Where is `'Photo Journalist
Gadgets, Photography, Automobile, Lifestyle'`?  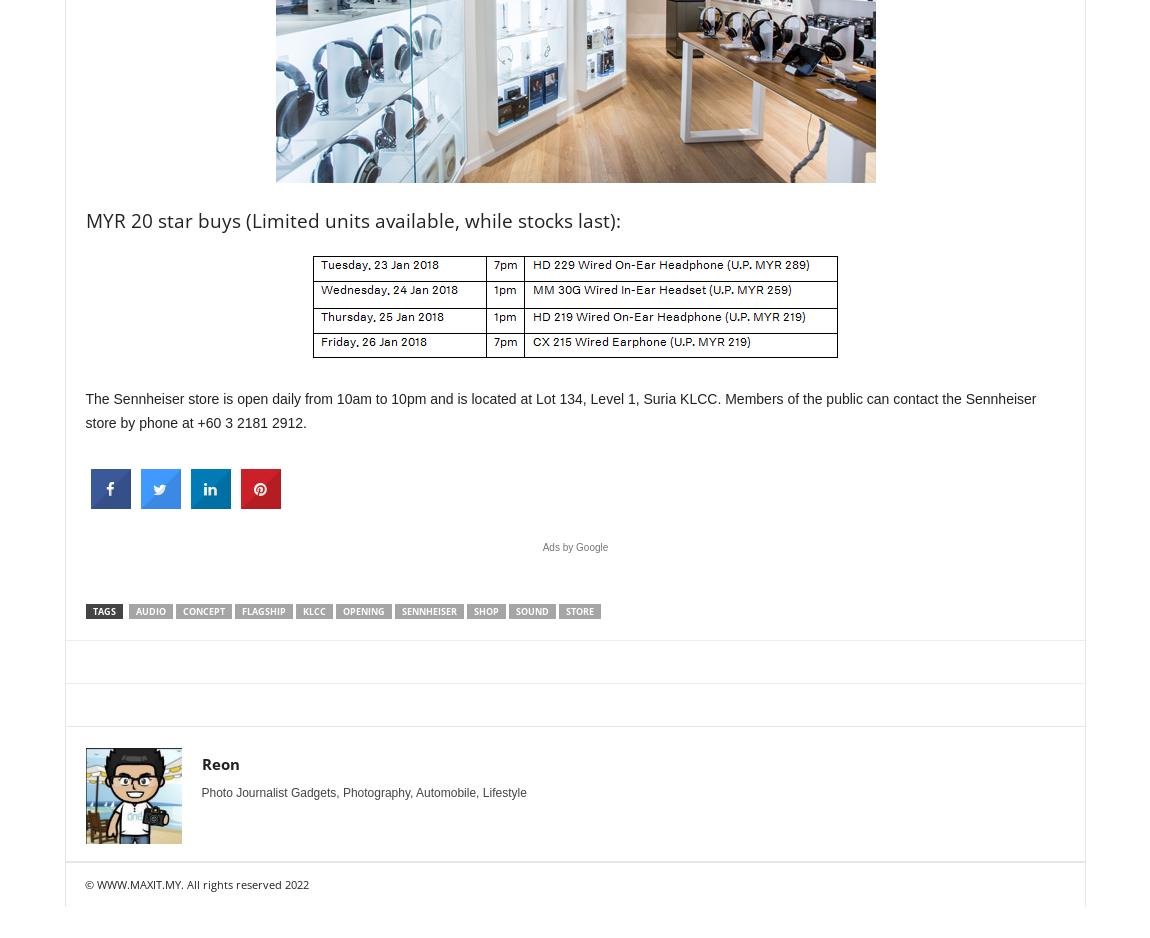 'Photo Journalist
Gadgets, Photography, Automobile, Lifestyle' is located at coordinates (363, 791).